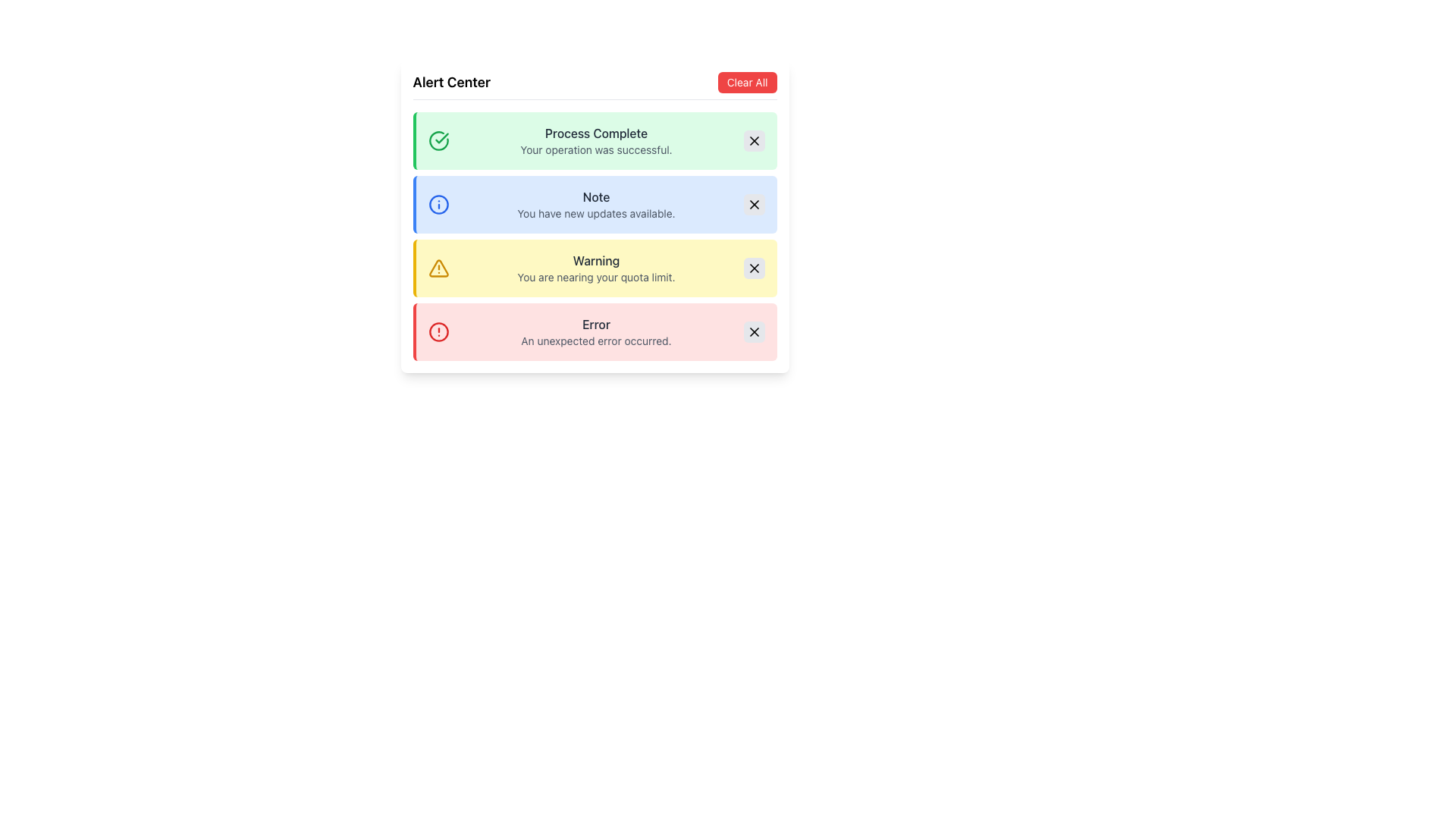  Describe the element at coordinates (438, 205) in the screenshot. I see `'Note' alert icon located at the left of the second alert entry in the alert center to understand its alert type` at that location.